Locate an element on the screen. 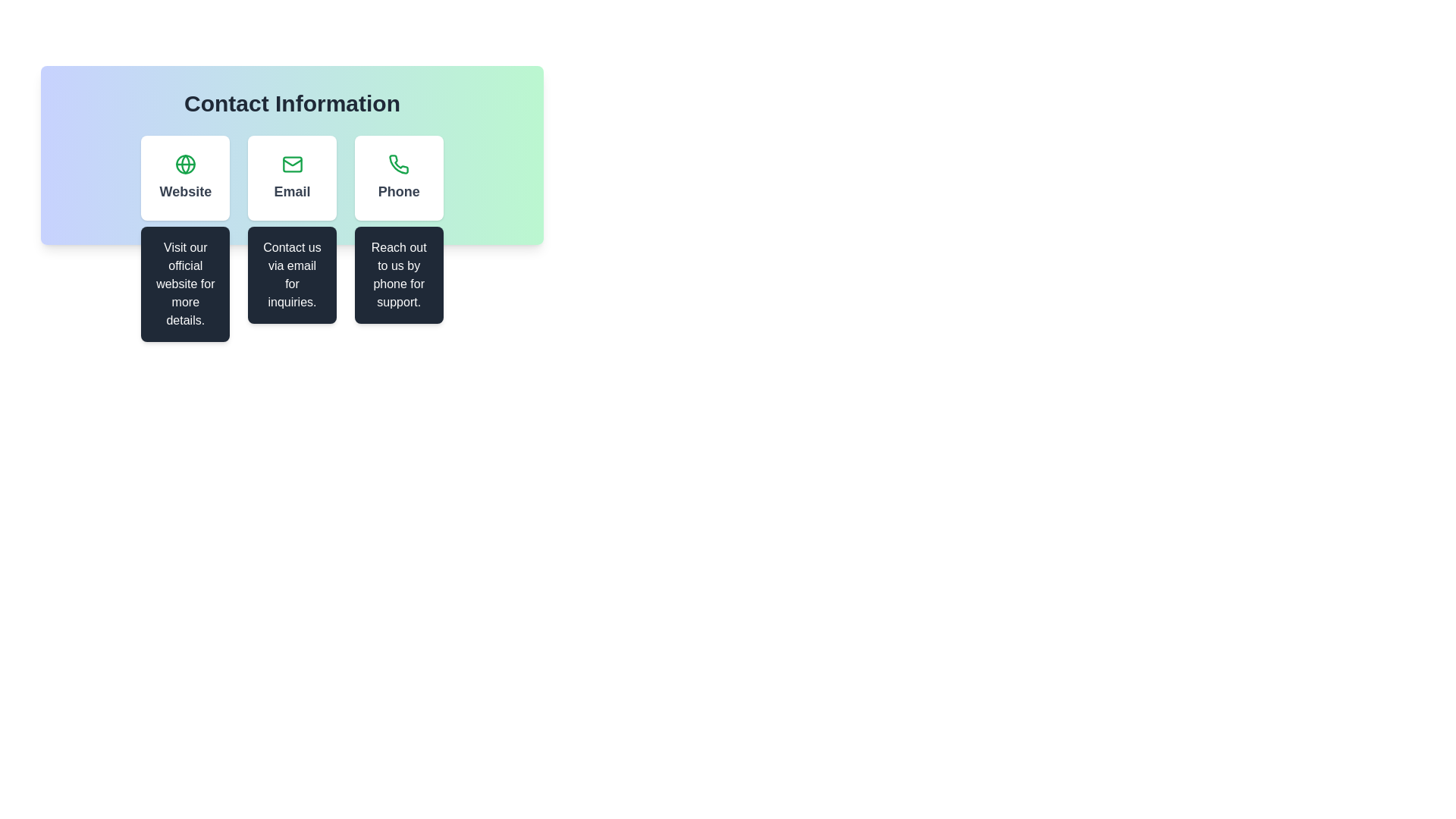 This screenshot has width=1456, height=819. the third Informational Card in the row under 'Contact Information', which provides details for contacting by phone is located at coordinates (399, 177).